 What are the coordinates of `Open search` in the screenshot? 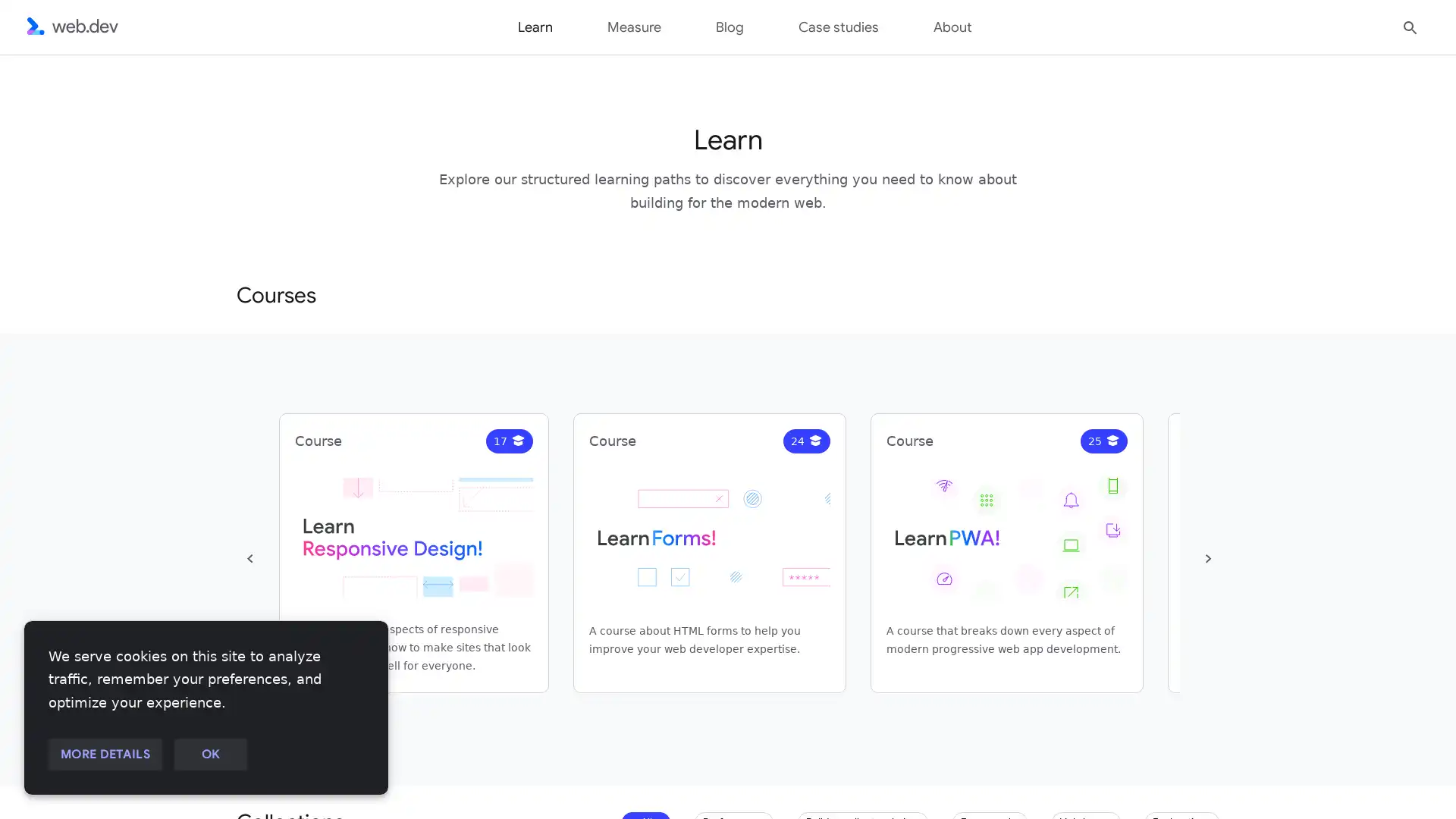 It's located at (1410, 26).